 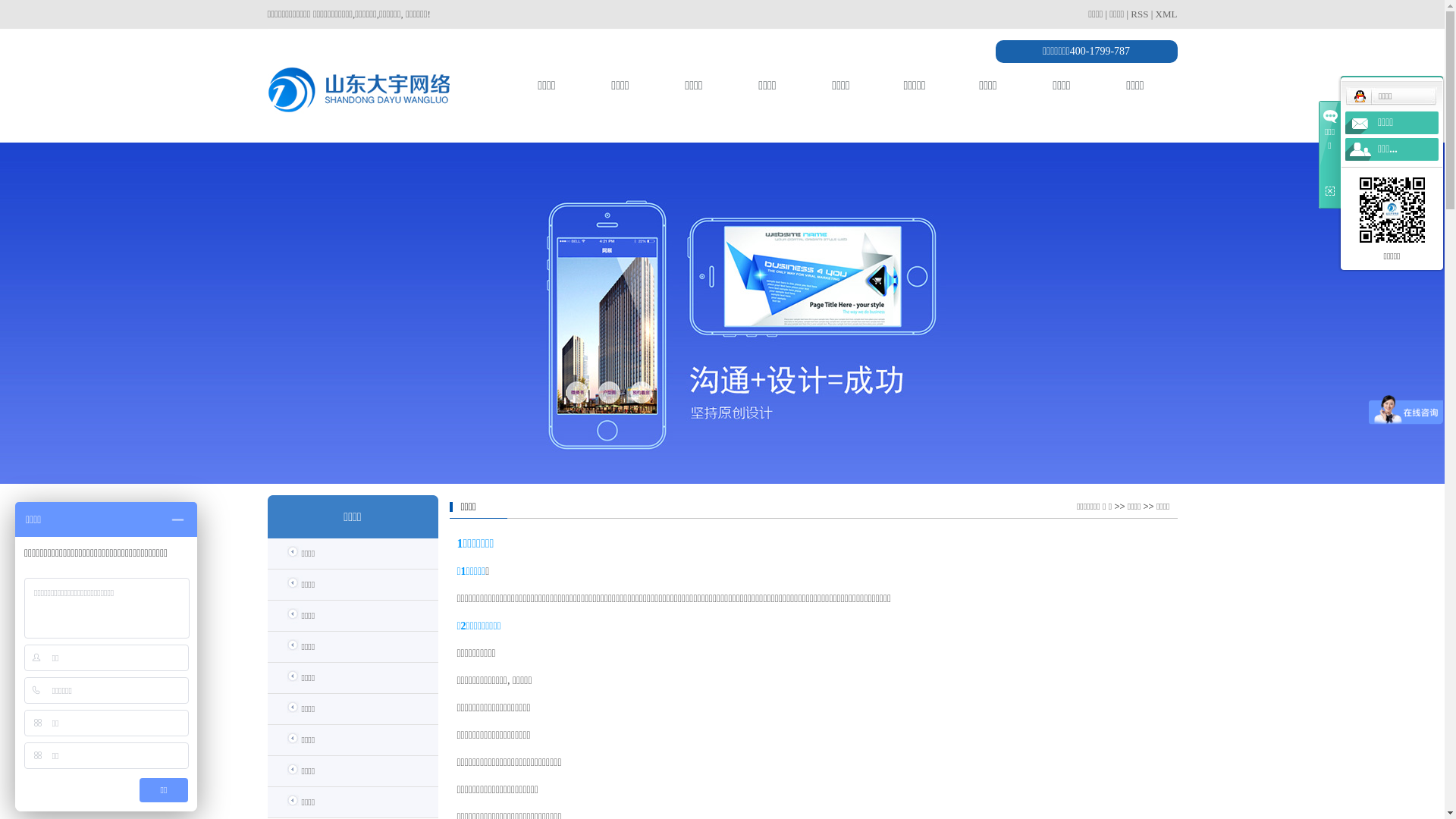 I want to click on 'RSS', so click(x=1131, y=14).